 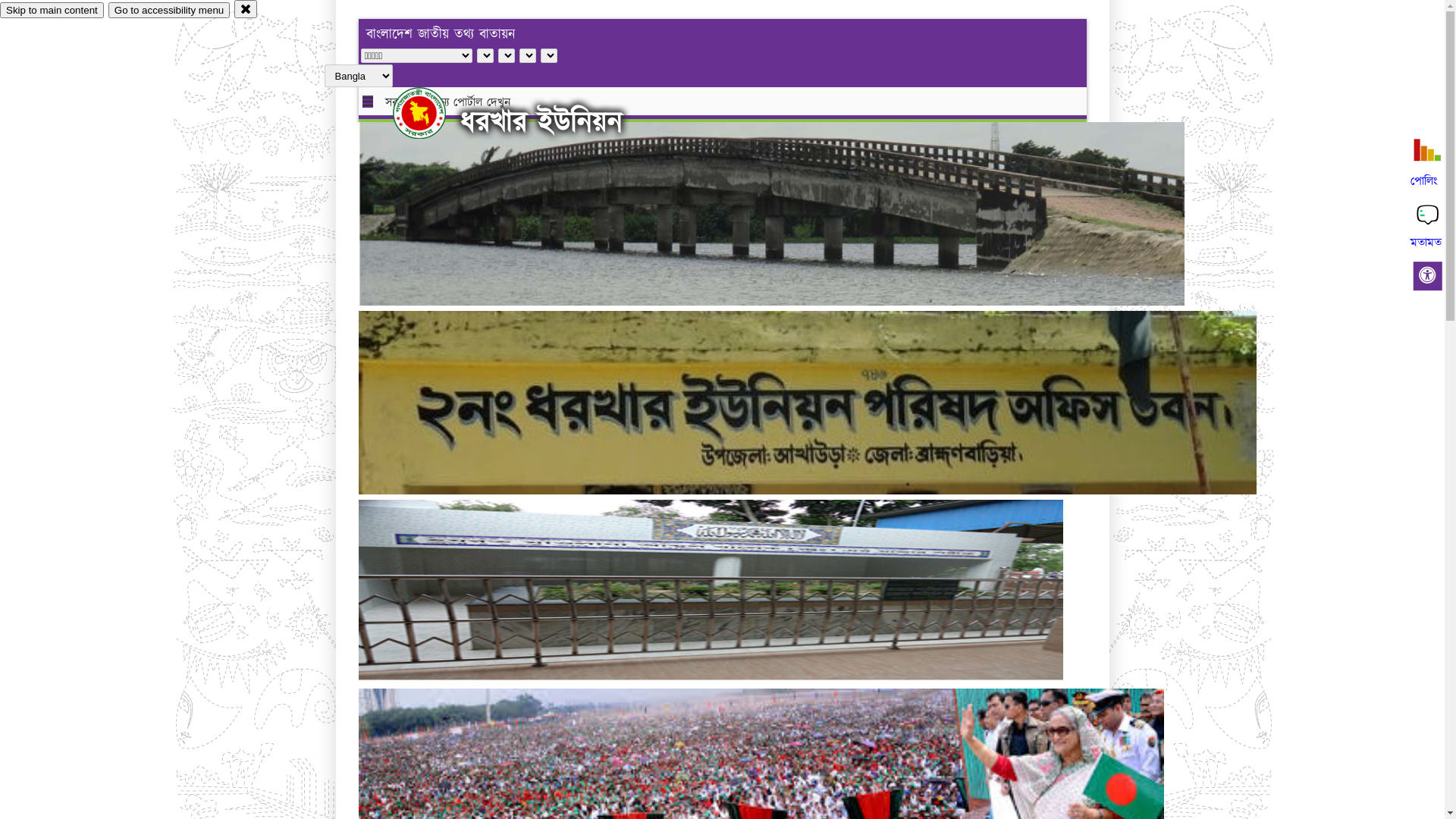 What do you see at coordinates (168, 10) in the screenshot?
I see `'Go to accessibility menu'` at bounding box center [168, 10].